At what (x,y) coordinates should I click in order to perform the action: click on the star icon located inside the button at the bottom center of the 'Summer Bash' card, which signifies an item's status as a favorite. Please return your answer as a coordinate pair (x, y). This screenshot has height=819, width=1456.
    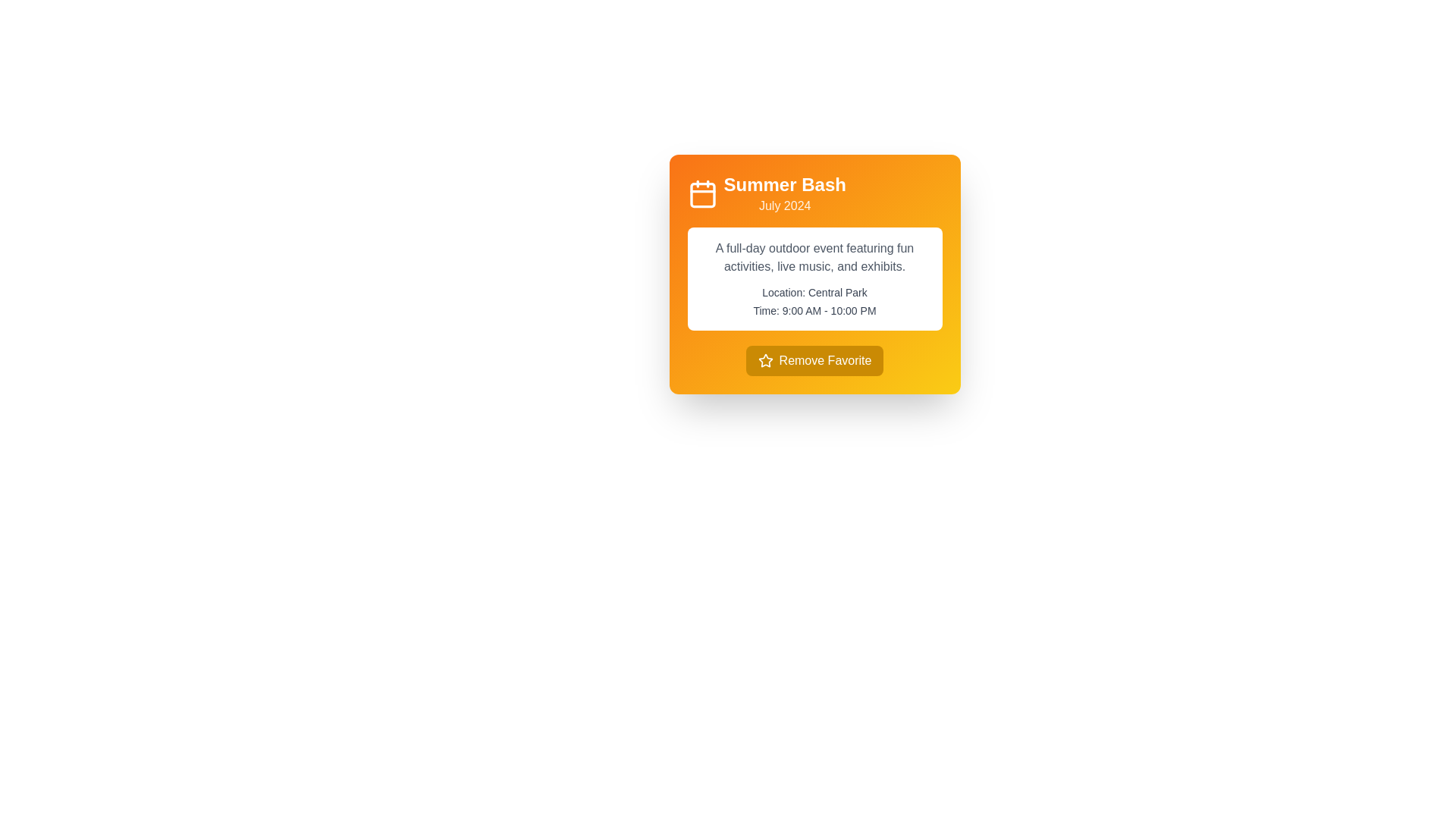
    Looking at the image, I should click on (765, 360).